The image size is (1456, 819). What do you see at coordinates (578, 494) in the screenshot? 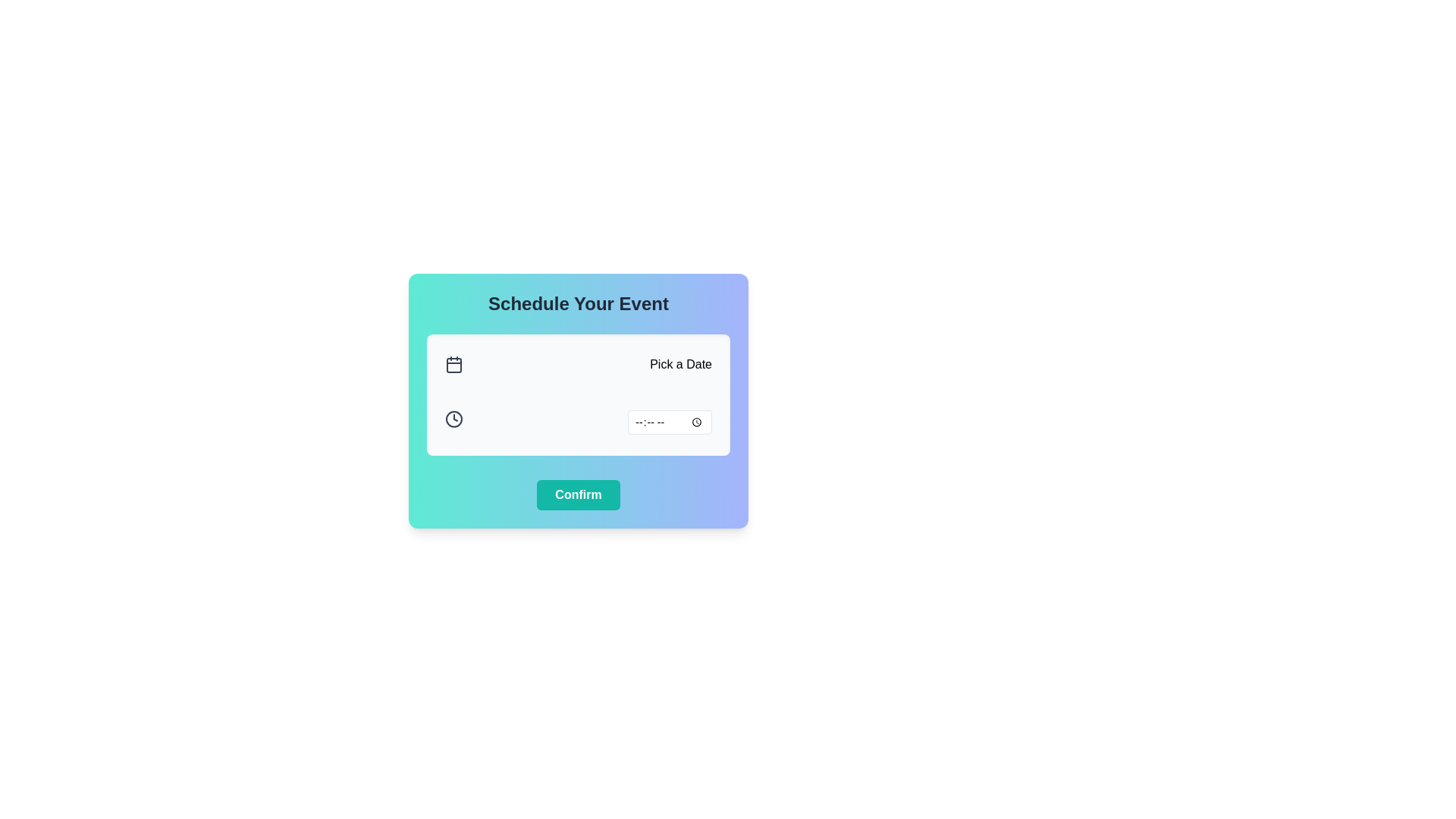
I see `the button that finalizes or submits the information in the 'Schedule Your Event' card` at bounding box center [578, 494].